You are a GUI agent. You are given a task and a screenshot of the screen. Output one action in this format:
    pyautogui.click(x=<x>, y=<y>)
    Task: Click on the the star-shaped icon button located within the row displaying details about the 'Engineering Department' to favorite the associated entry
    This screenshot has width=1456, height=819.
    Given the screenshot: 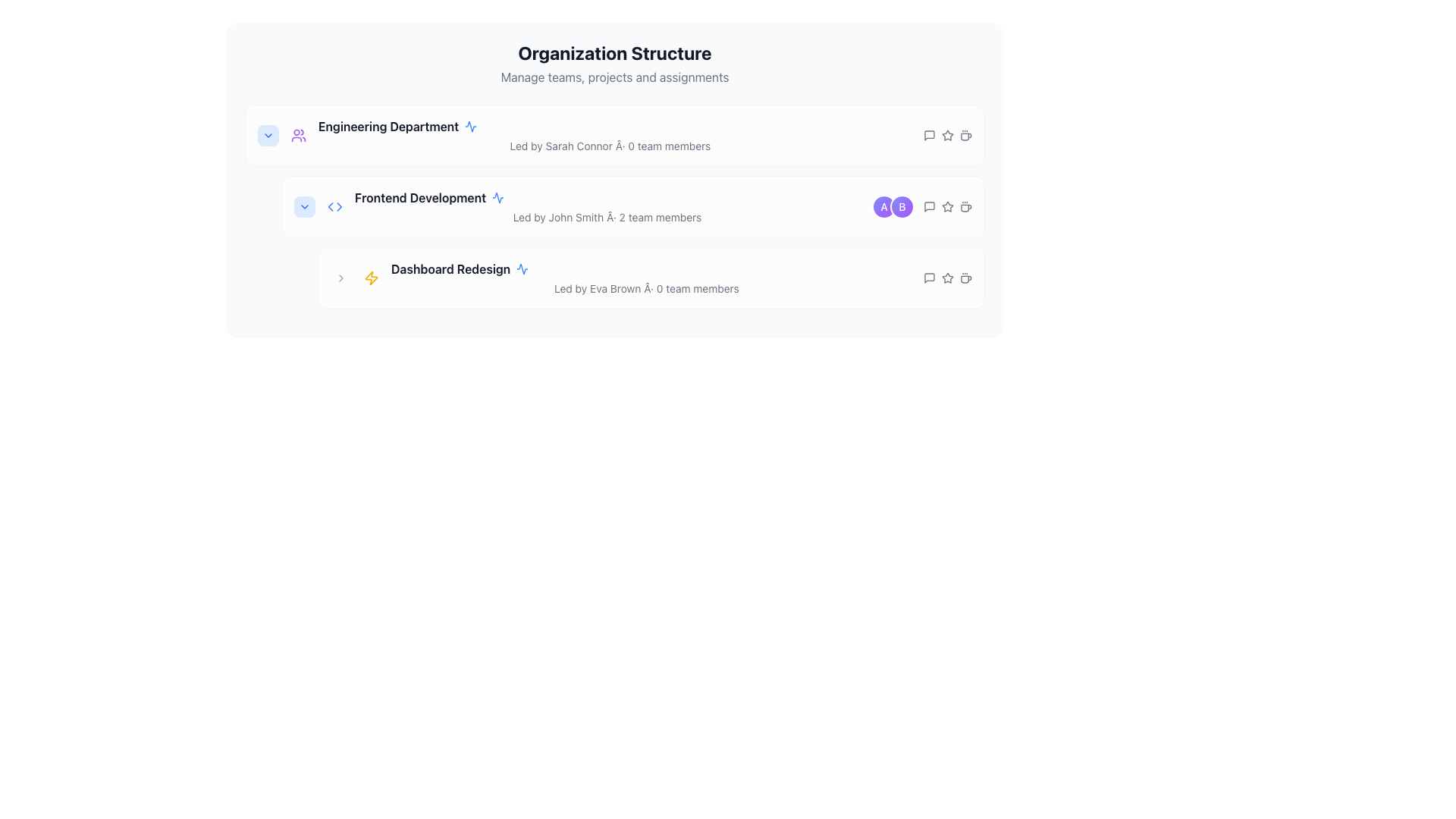 What is the action you would take?
    pyautogui.click(x=942, y=134)
    